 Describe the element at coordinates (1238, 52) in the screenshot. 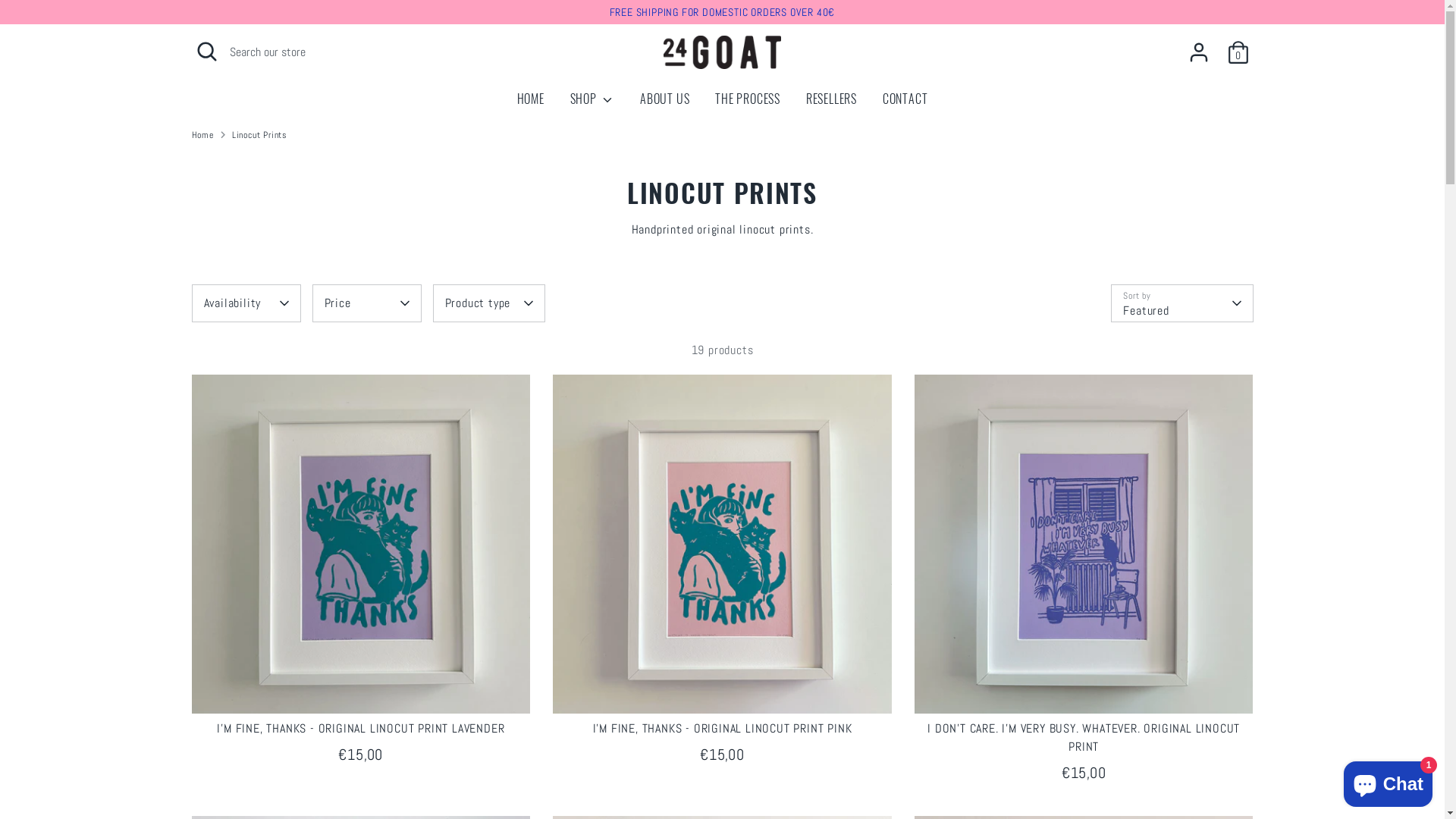

I see `'0'` at that location.